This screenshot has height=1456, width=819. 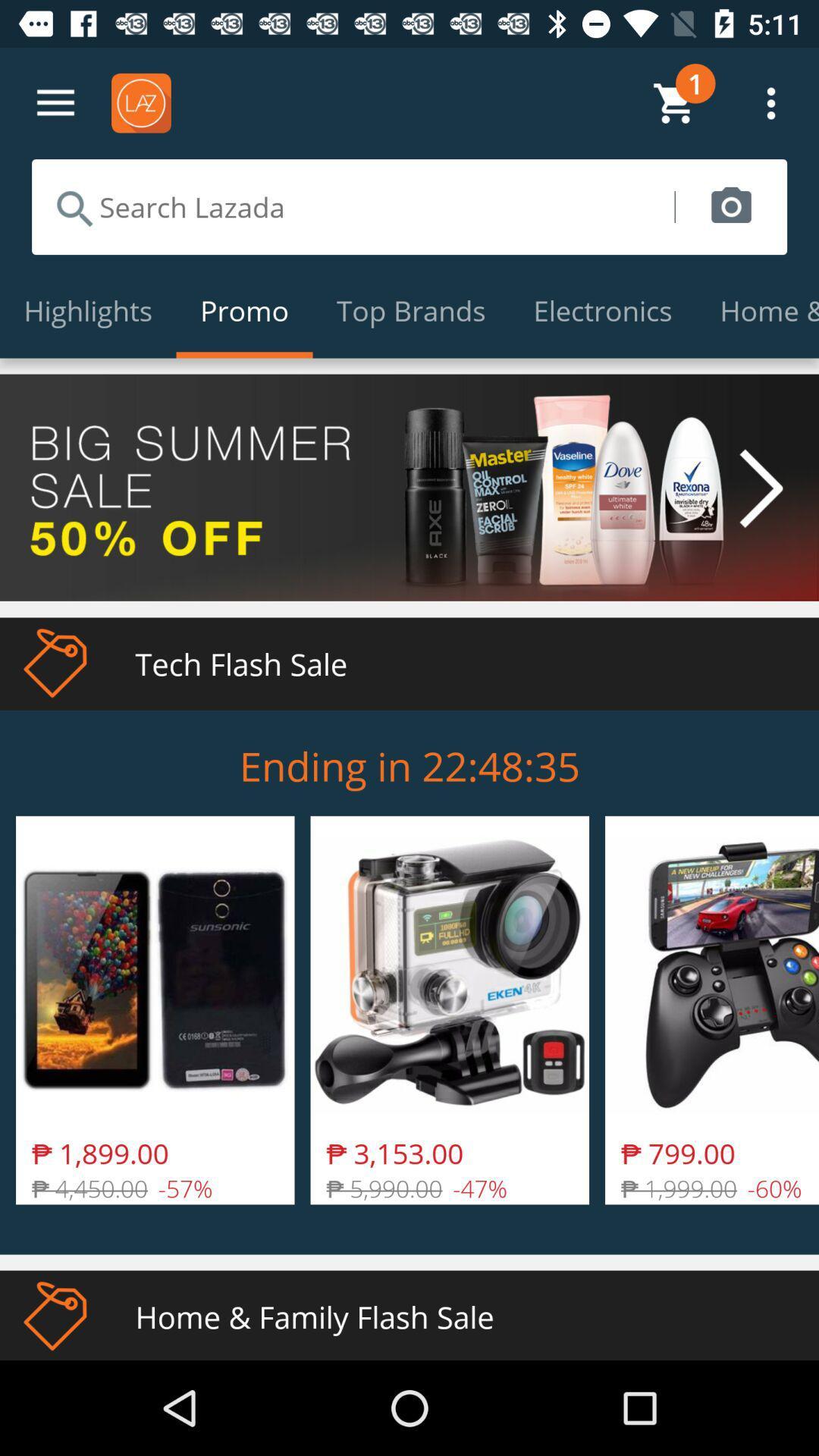 What do you see at coordinates (409, 488) in the screenshot?
I see `visit advertisement page` at bounding box center [409, 488].